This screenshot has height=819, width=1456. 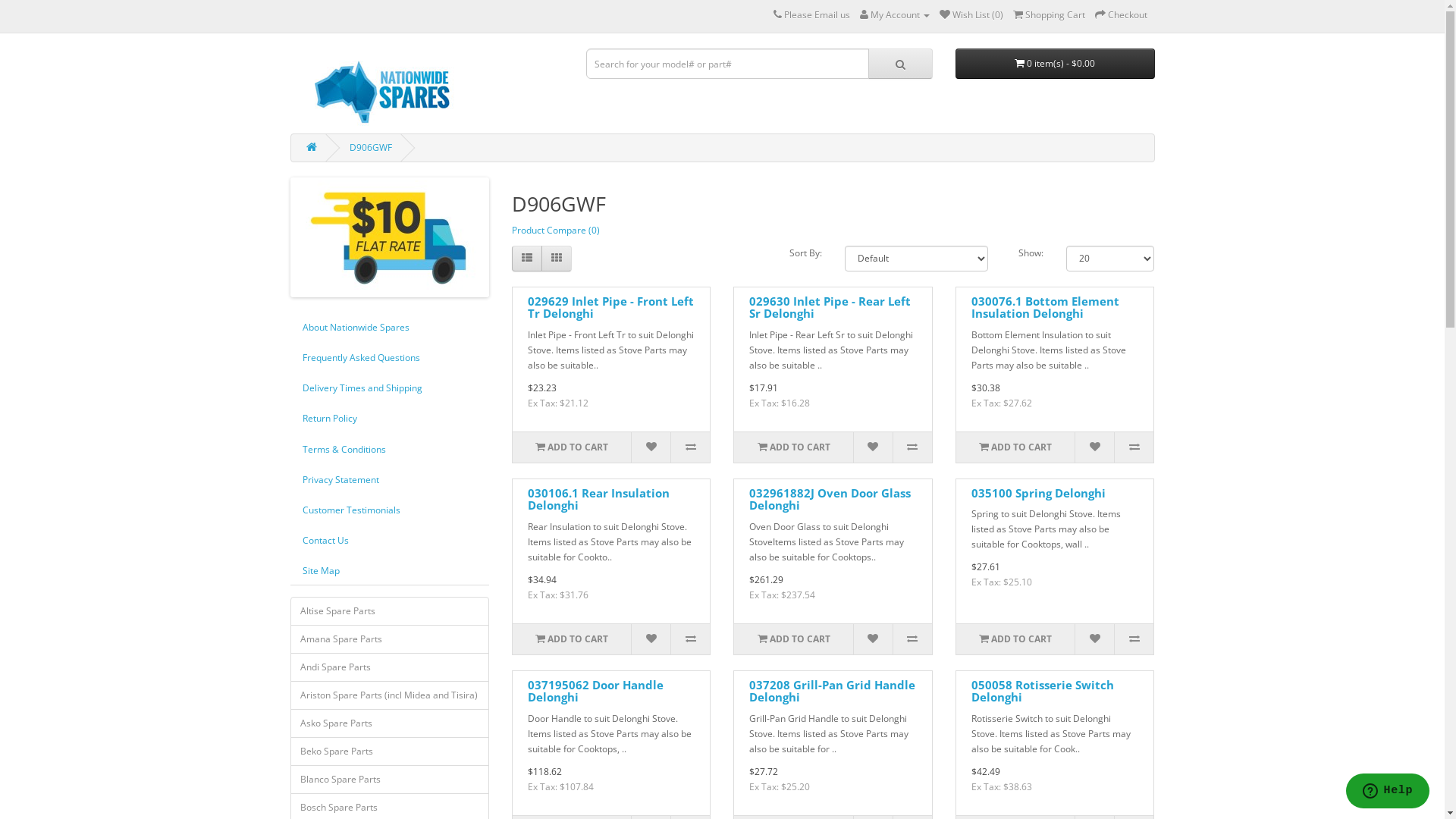 What do you see at coordinates (290, 570) in the screenshot?
I see `'Site Map'` at bounding box center [290, 570].